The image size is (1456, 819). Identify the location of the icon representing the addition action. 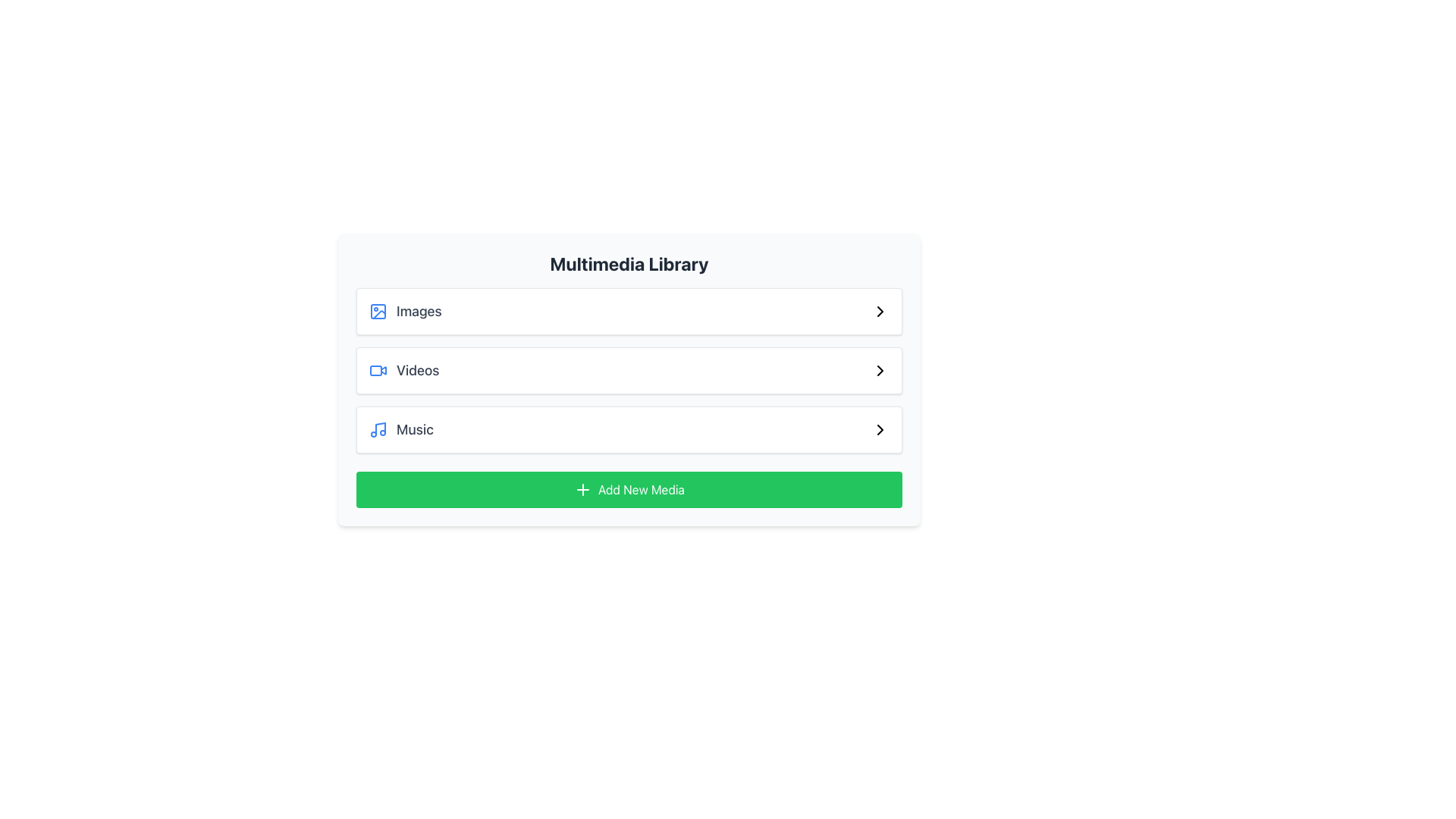
(582, 489).